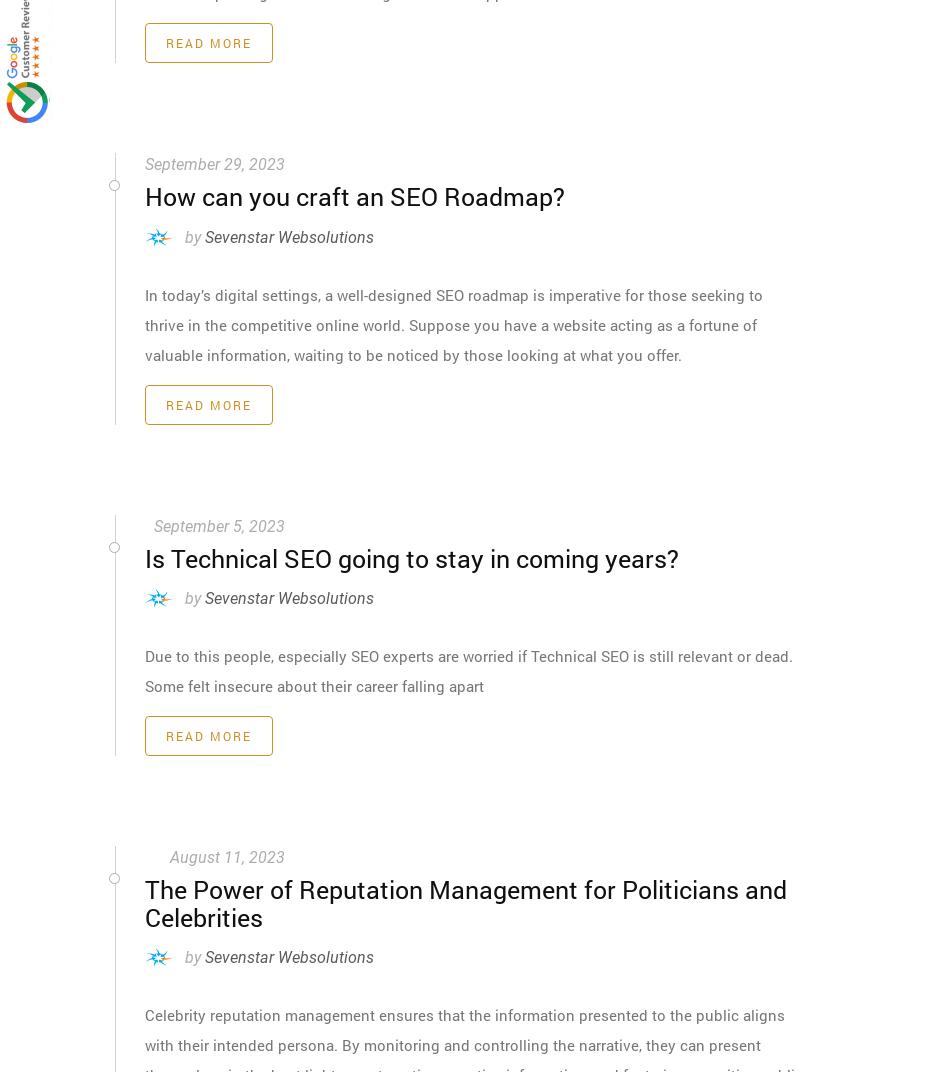  I want to click on 'Is Technical SEO going to stay in coming years?', so click(144, 556).